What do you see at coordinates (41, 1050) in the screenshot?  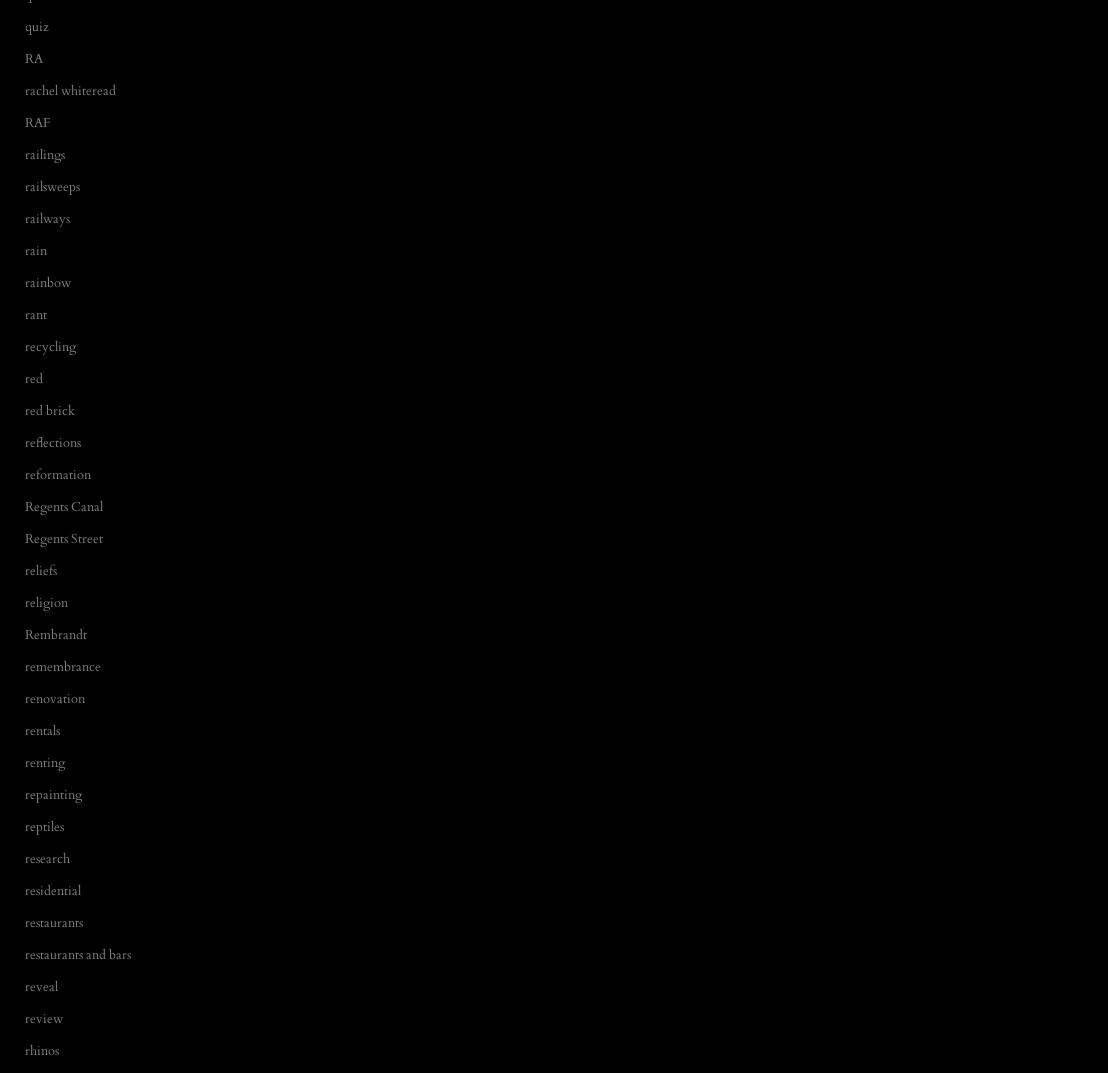 I see `'rhinos'` at bounding box center [41, 1050].